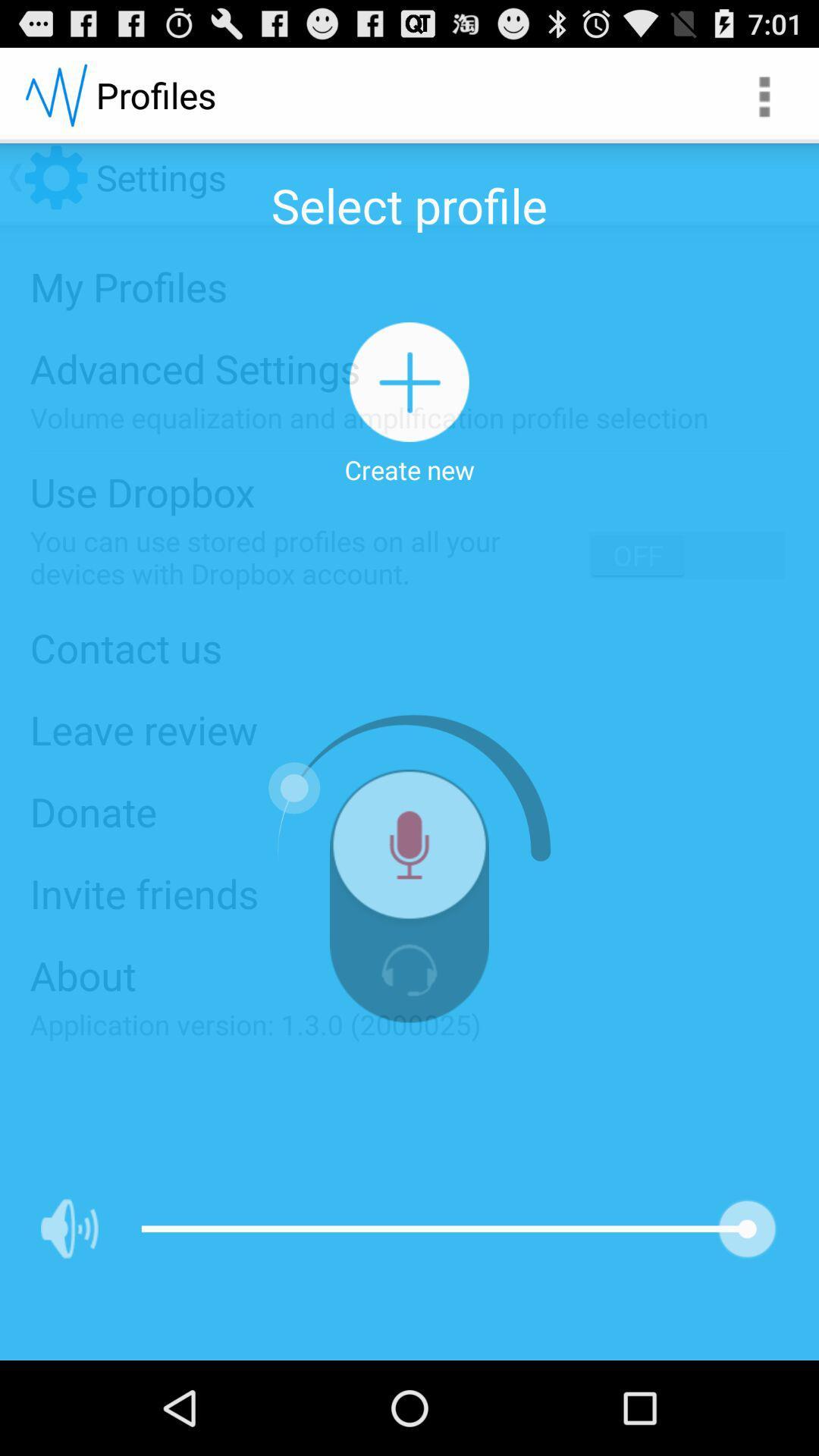  I want to click on the app to the right of profiles icon, so click(763, 94).